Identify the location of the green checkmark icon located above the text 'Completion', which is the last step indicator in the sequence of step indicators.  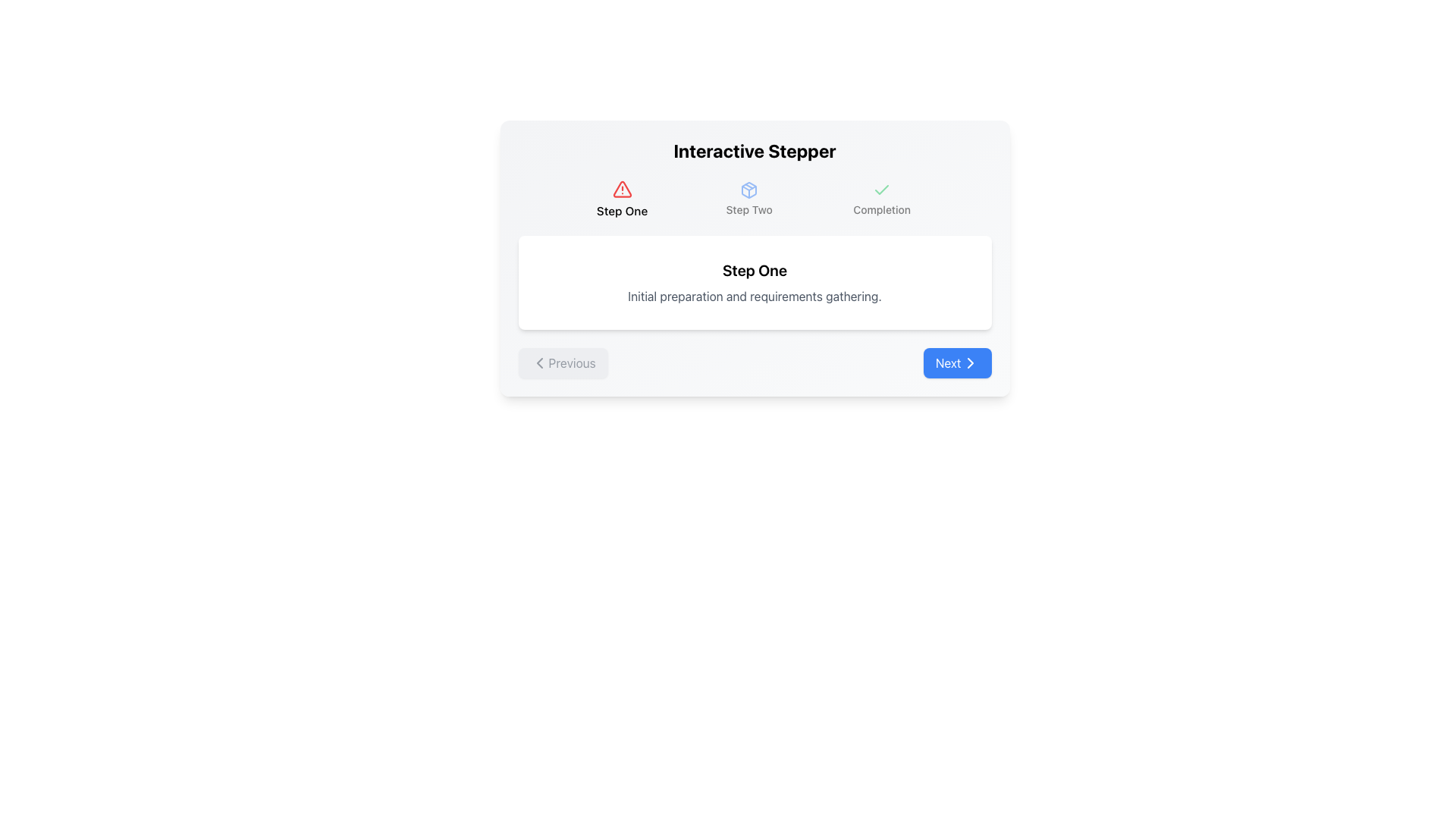
(882, 189).